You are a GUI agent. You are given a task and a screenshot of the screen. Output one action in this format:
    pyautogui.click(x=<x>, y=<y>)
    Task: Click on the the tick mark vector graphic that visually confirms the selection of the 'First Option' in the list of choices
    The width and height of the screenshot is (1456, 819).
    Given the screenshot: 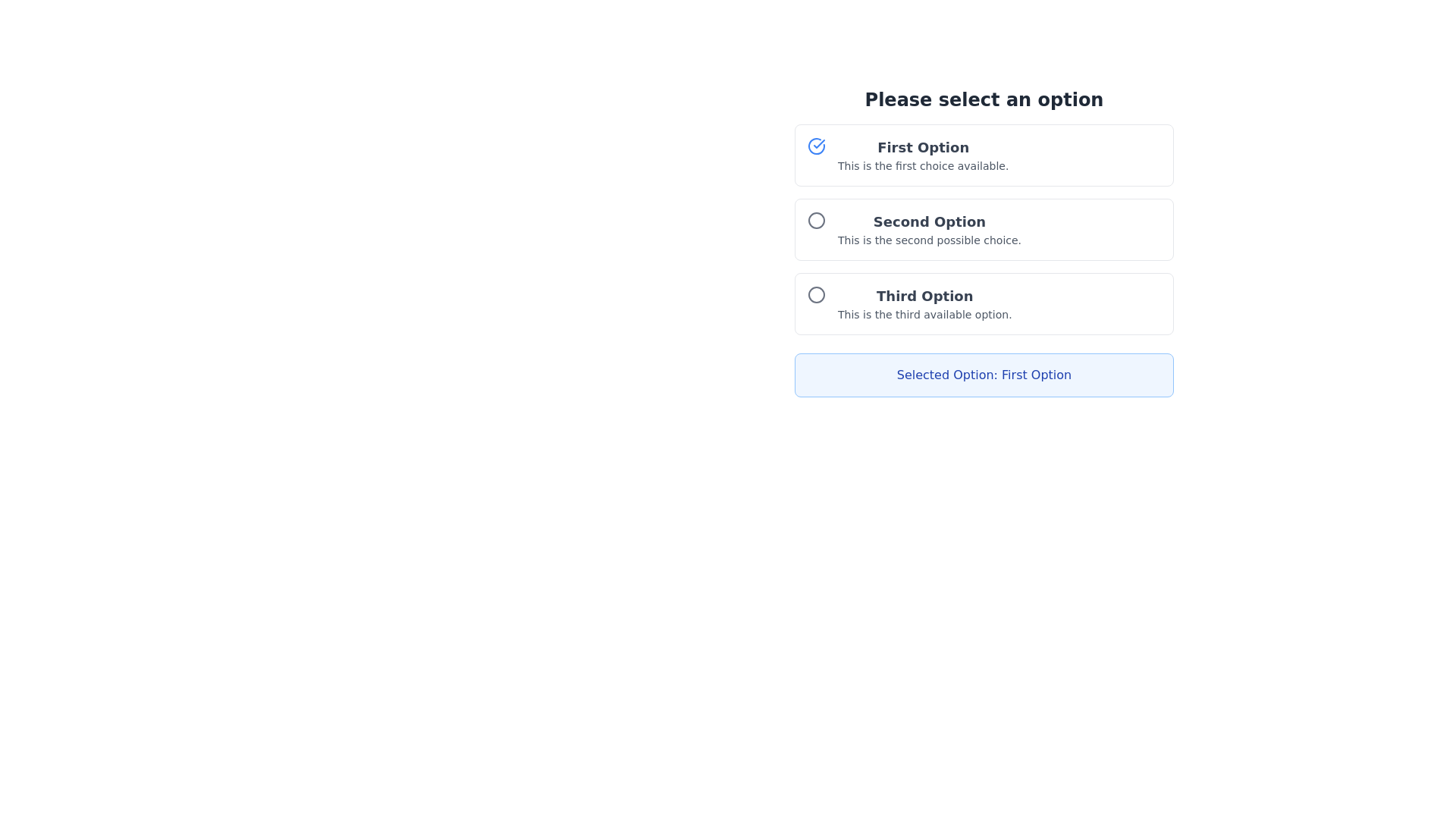 What is the action you would take?
    pyautogui.click(x=818, y=143)
    